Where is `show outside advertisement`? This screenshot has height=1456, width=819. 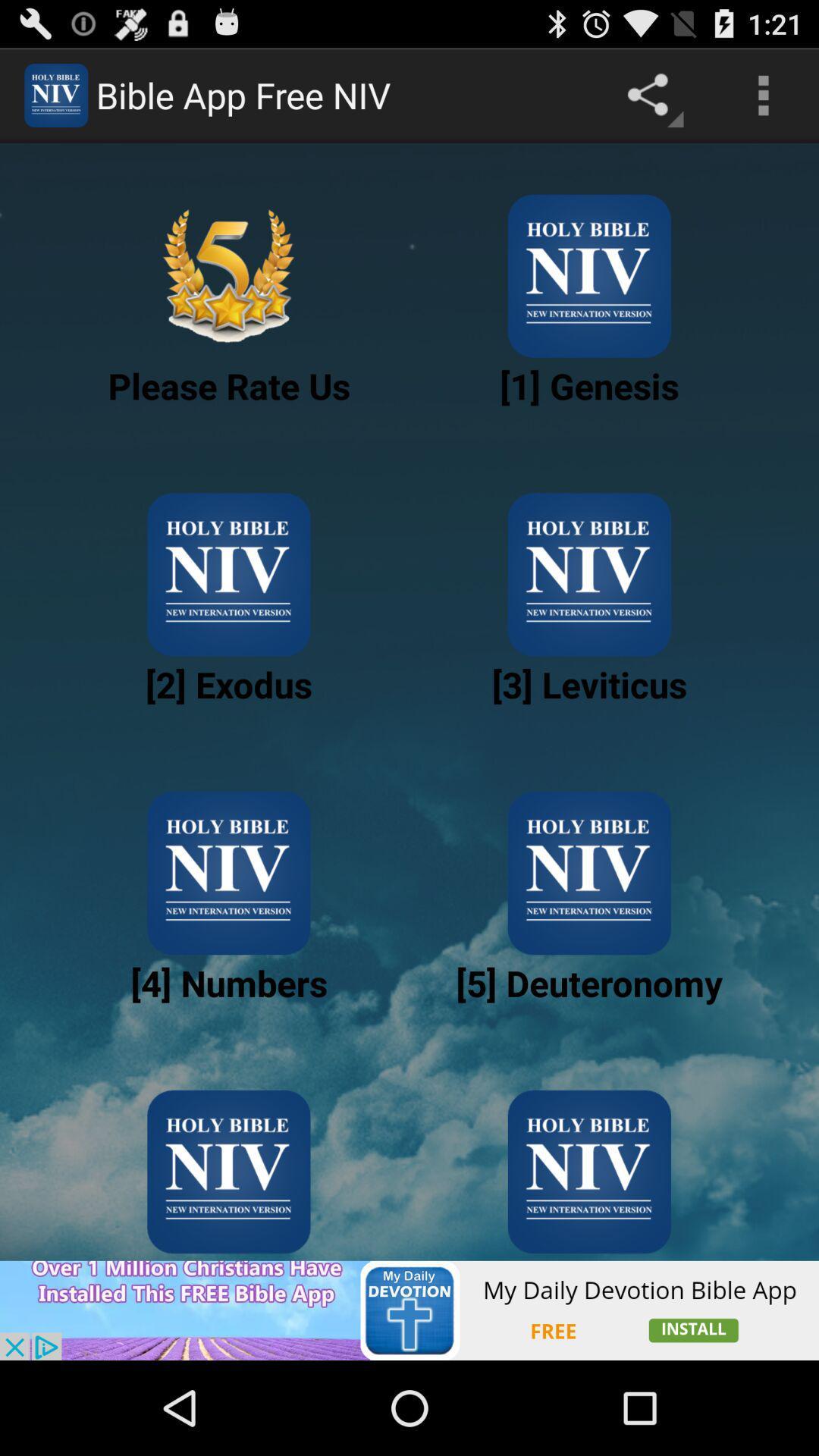 show outside advertisement is located at coordinates (409, 1310).